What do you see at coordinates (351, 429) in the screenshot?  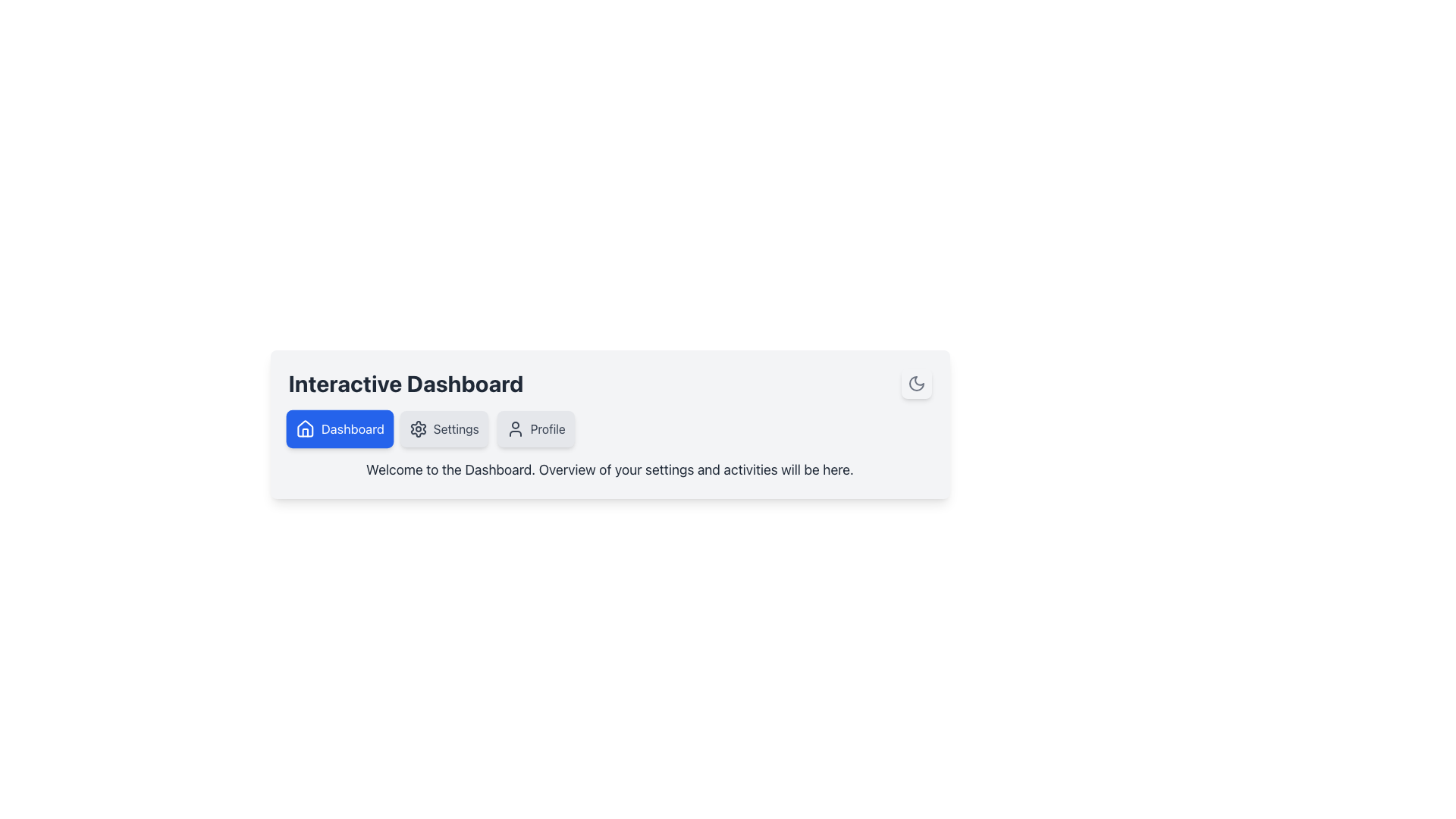 I see `the 'Dashboard' label, which is styled in white font on a blue background and appears as a button-like structure` at bounding box center [351, 429].